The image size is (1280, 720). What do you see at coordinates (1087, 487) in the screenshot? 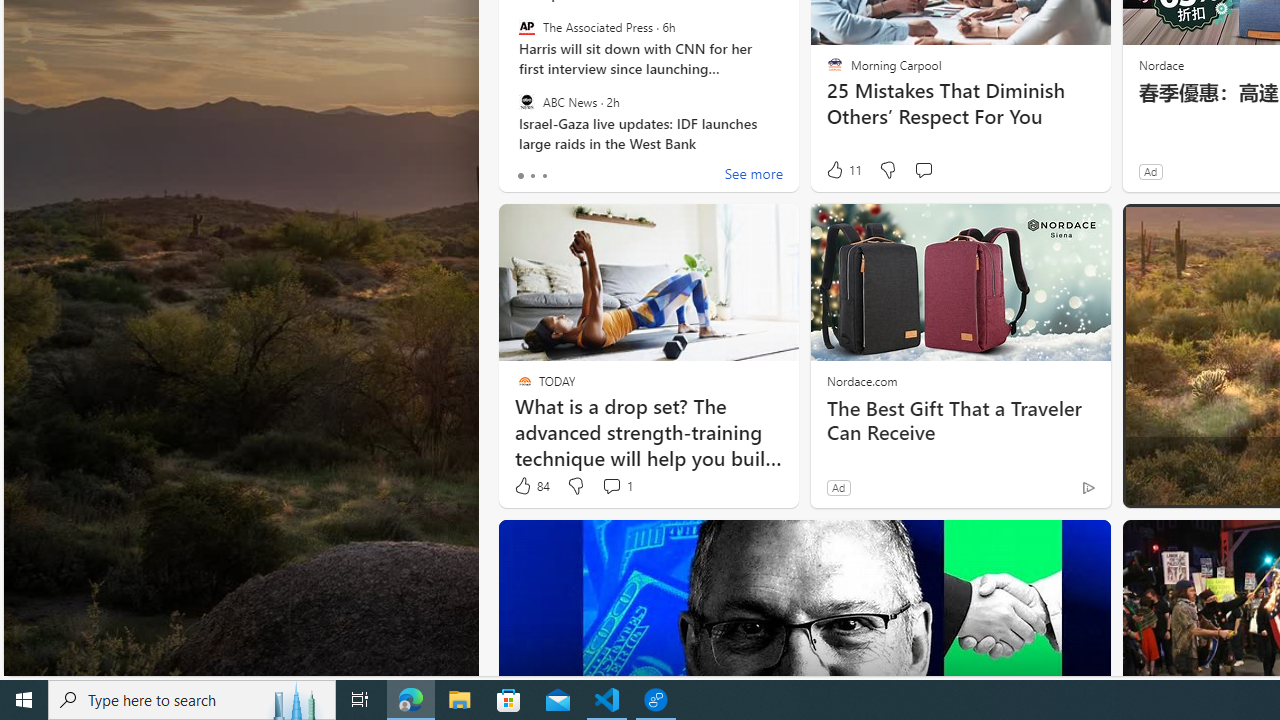
I see `'Ad Choice'` at bounding box center [1087, 487].